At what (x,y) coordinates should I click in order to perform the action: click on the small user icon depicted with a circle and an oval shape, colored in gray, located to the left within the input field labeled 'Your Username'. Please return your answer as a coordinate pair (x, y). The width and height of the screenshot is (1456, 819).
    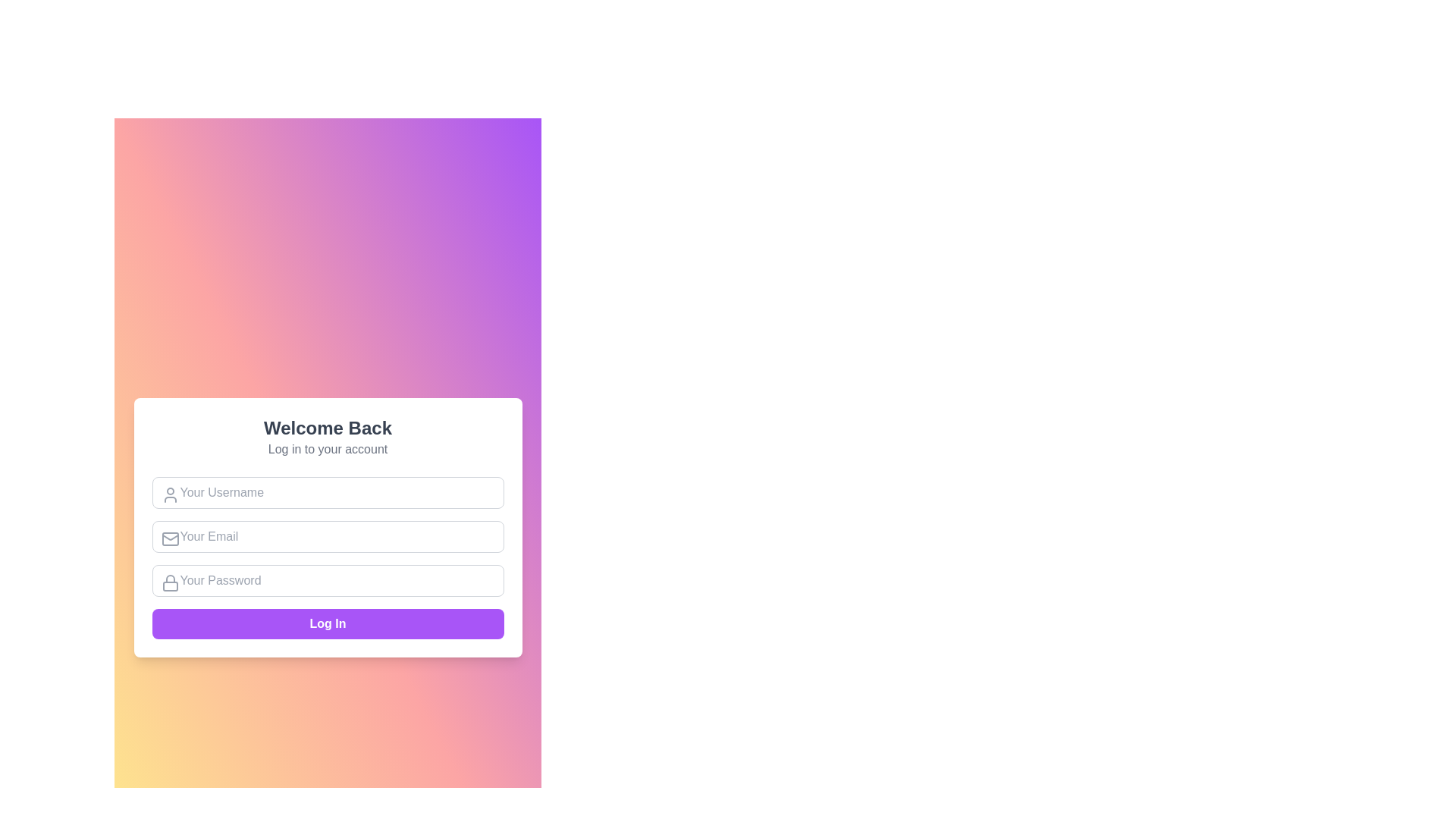
    Looking at the image, I should click on (170, 494).